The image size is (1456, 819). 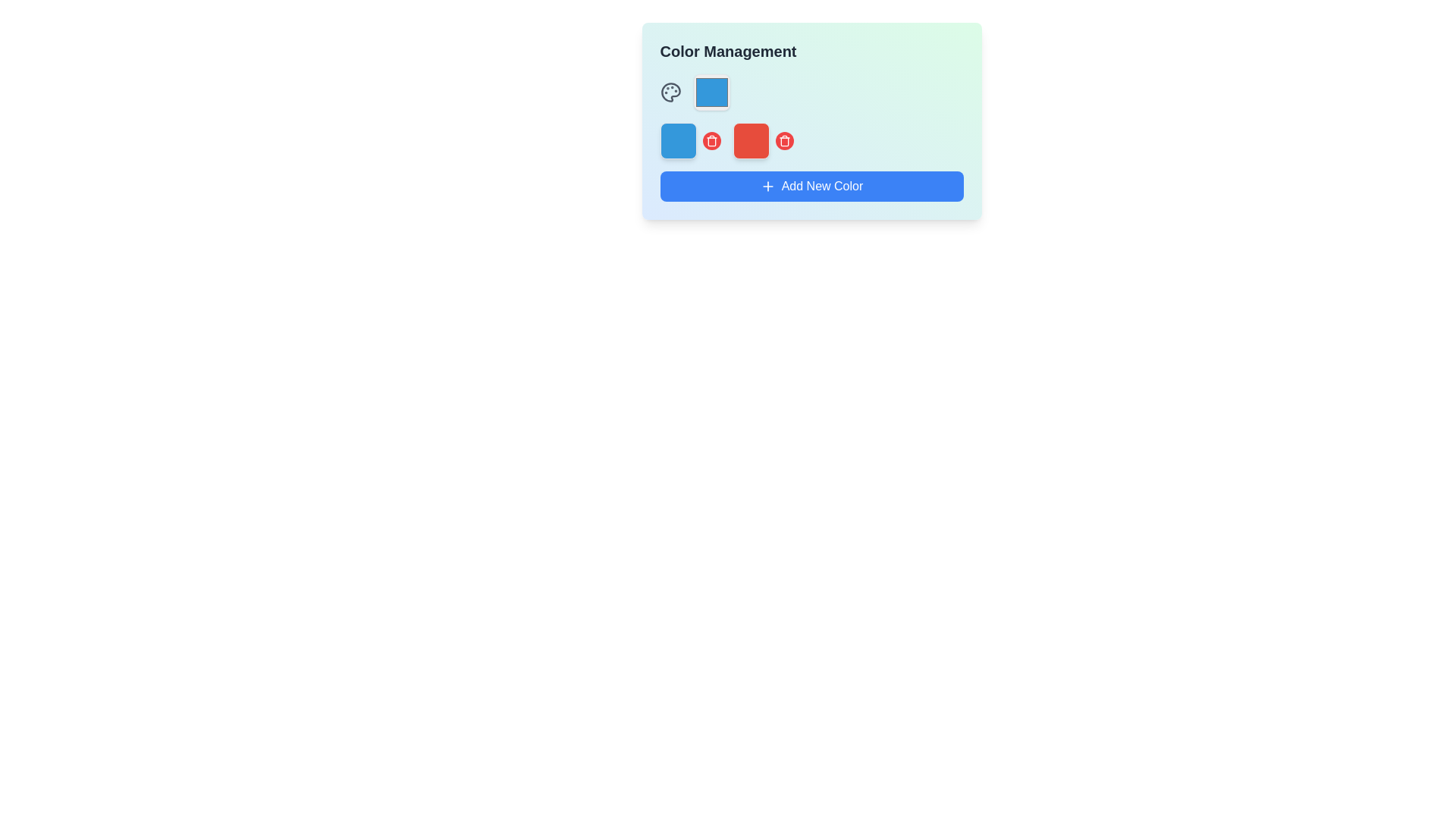 What do you see at coordinates (751, 140) in the screenshot?
I see `the small, square red UI component with rounded corners located between a blue square and a circular bin icon` at bounding box center [751, 140].